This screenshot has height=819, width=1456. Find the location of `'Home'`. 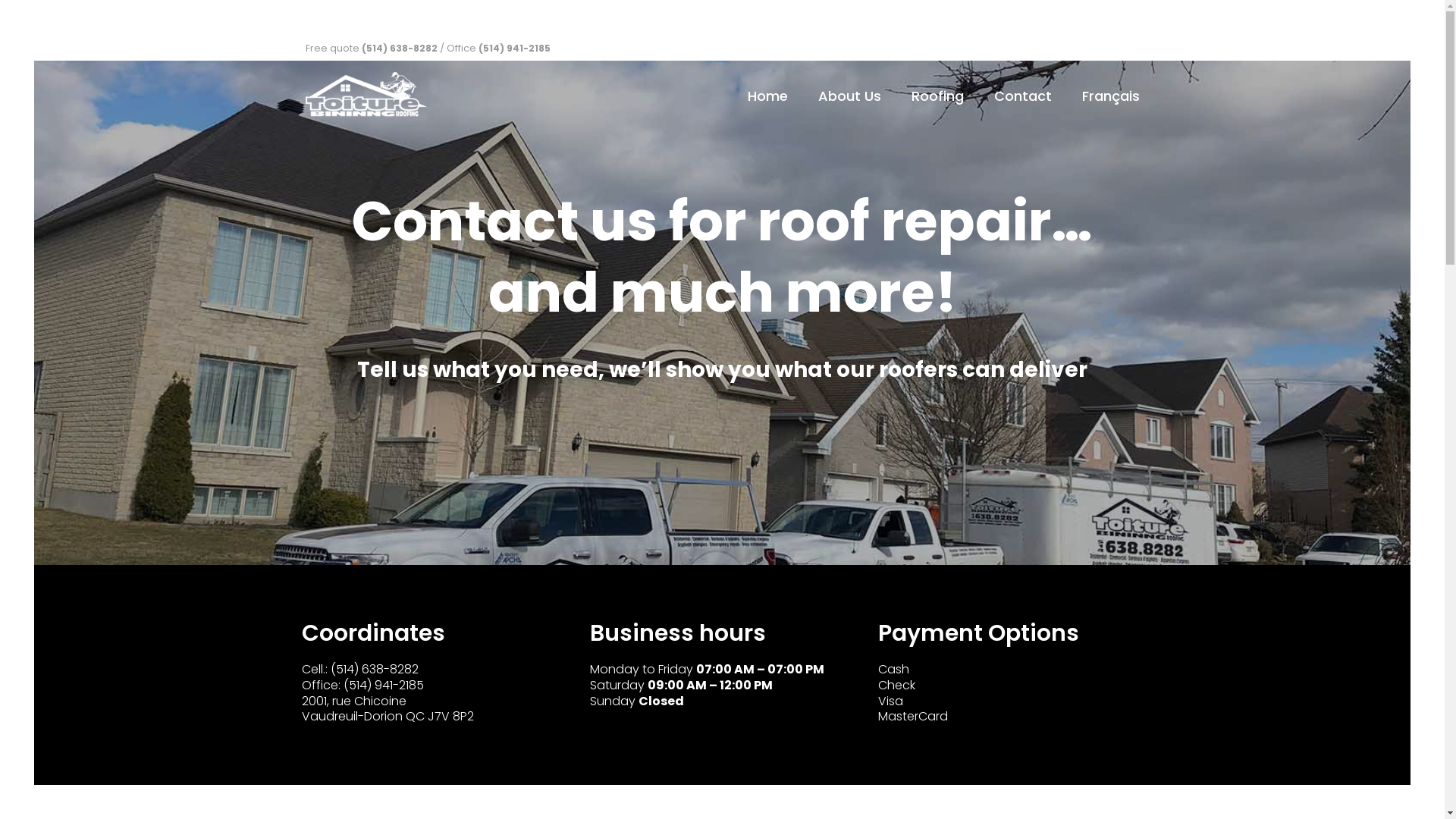

'Home' is located at coordinates (767, 94).